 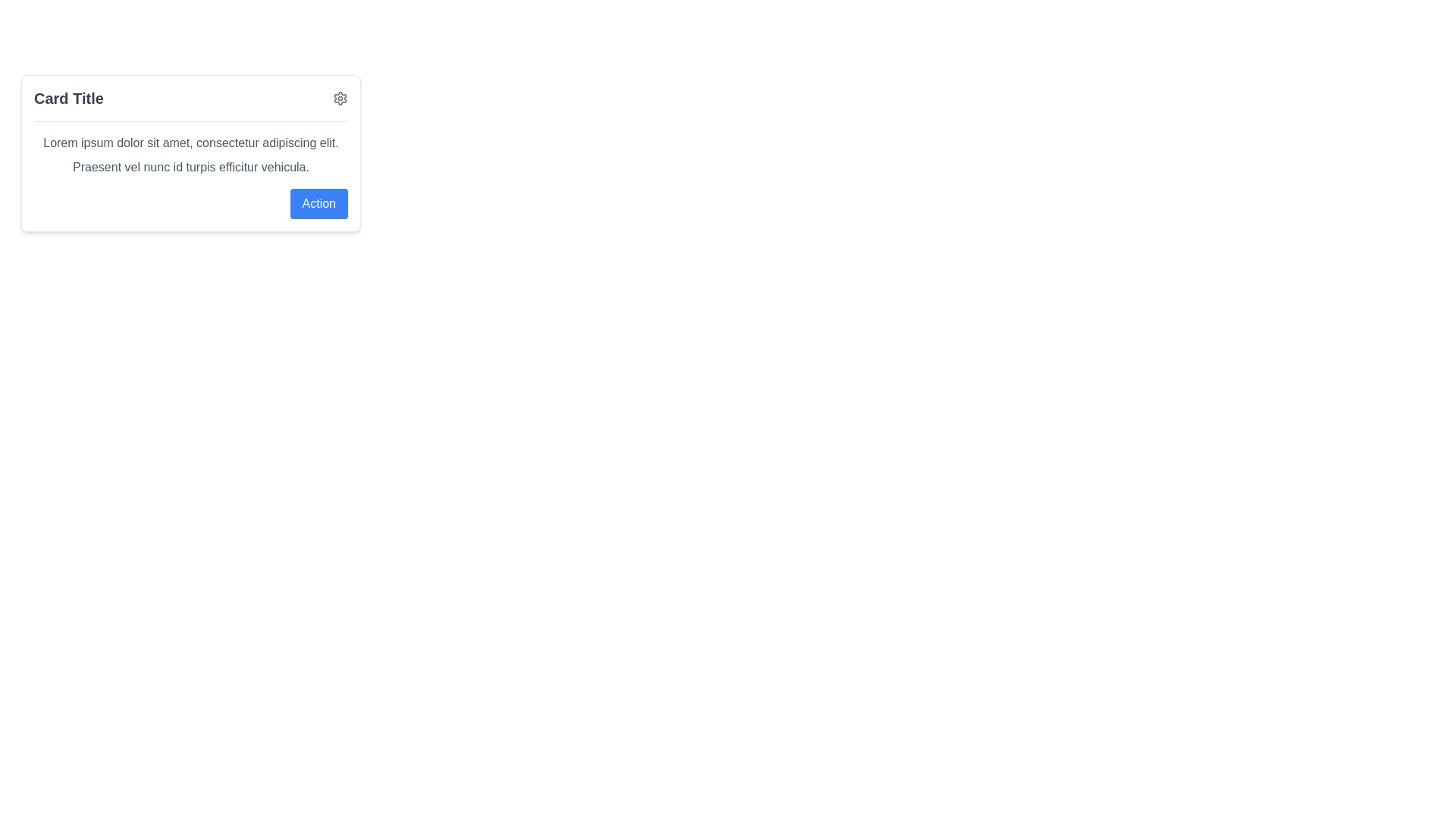 I want to click on the cogwheel icon located in the top-right corner of the card component, adjacent to the 'Card Title' text, which indicates settings, so click(x=340, y=99).